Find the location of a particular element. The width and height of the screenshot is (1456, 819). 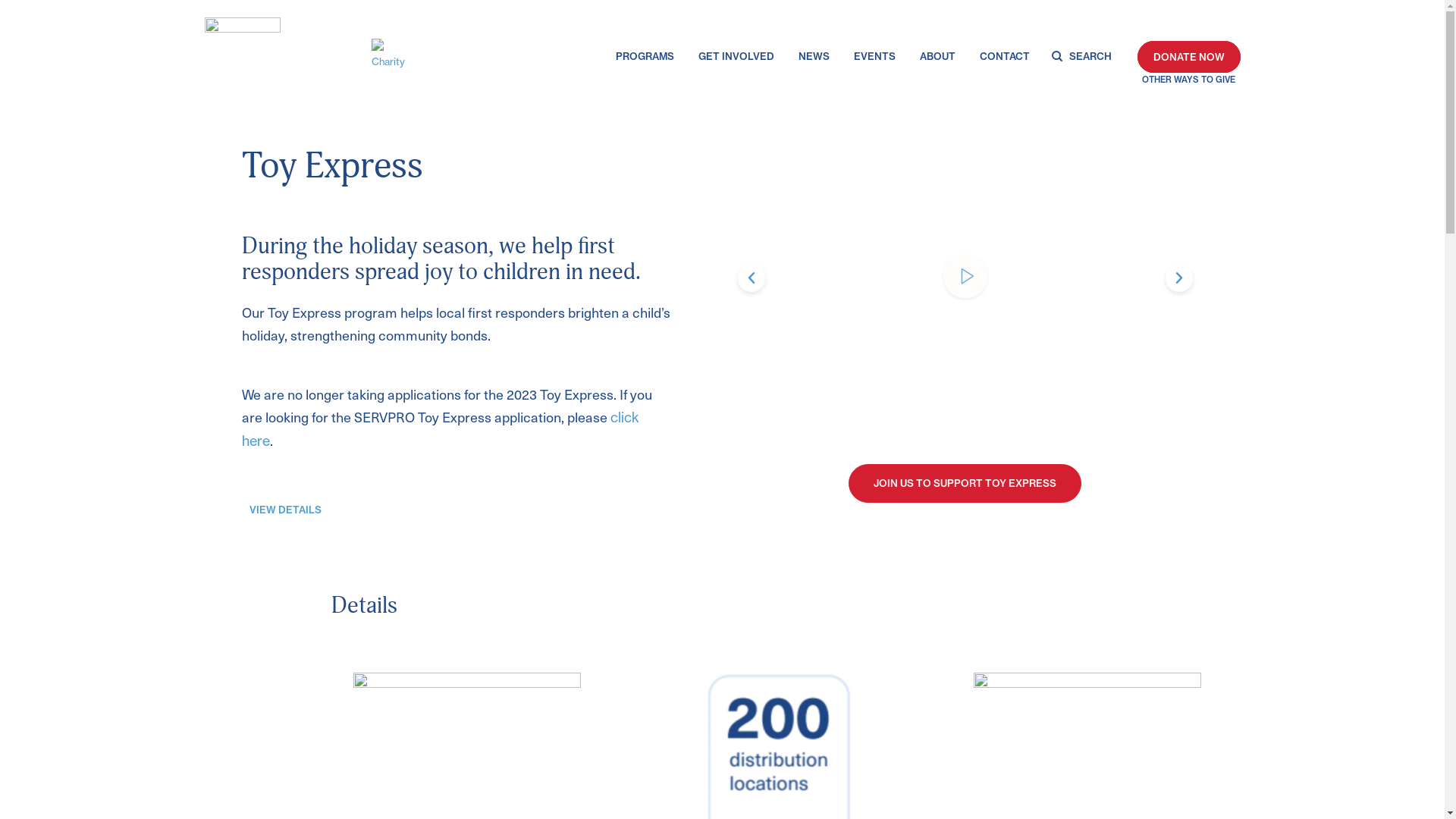

'NEWS' is located at coordinates (813, 58).